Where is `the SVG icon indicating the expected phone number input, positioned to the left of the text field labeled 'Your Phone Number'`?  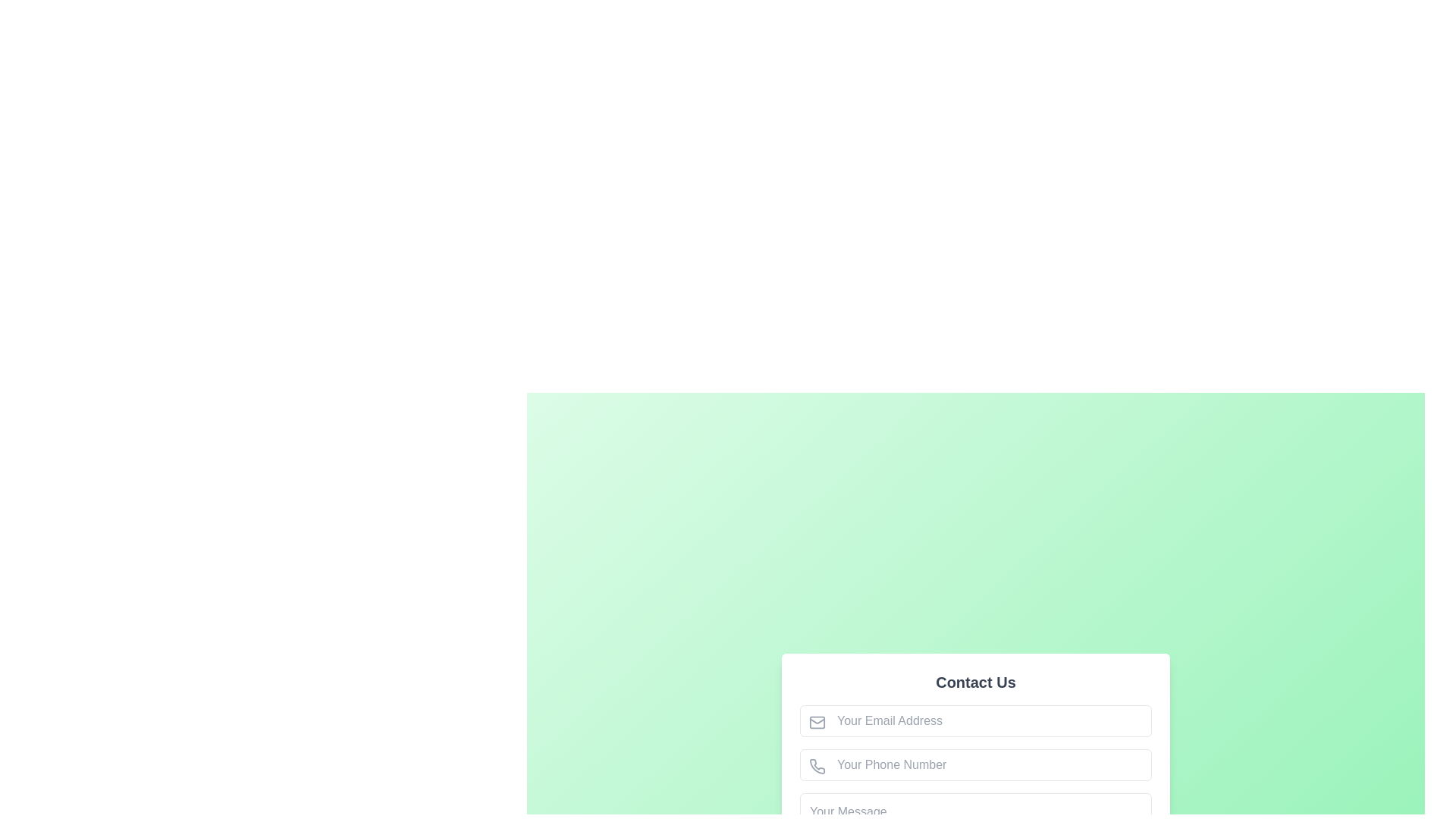 the SVG icon indicating the expected phone number input, positioned to the left of the text field labeled 'Your Phone Number' is located at coordinates (817, 766).